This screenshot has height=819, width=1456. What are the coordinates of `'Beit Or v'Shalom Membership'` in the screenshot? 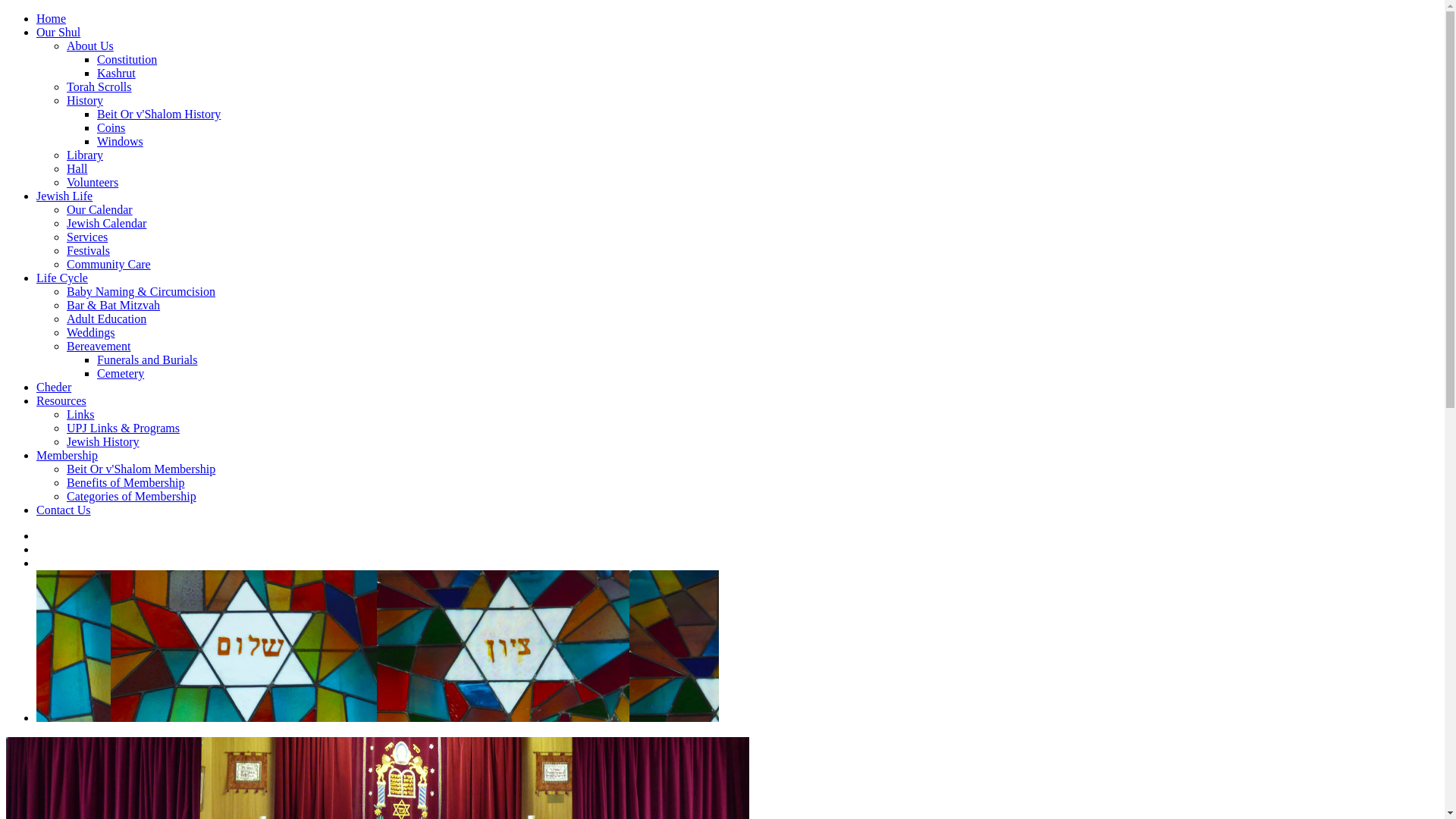 It's located at (141, 468).